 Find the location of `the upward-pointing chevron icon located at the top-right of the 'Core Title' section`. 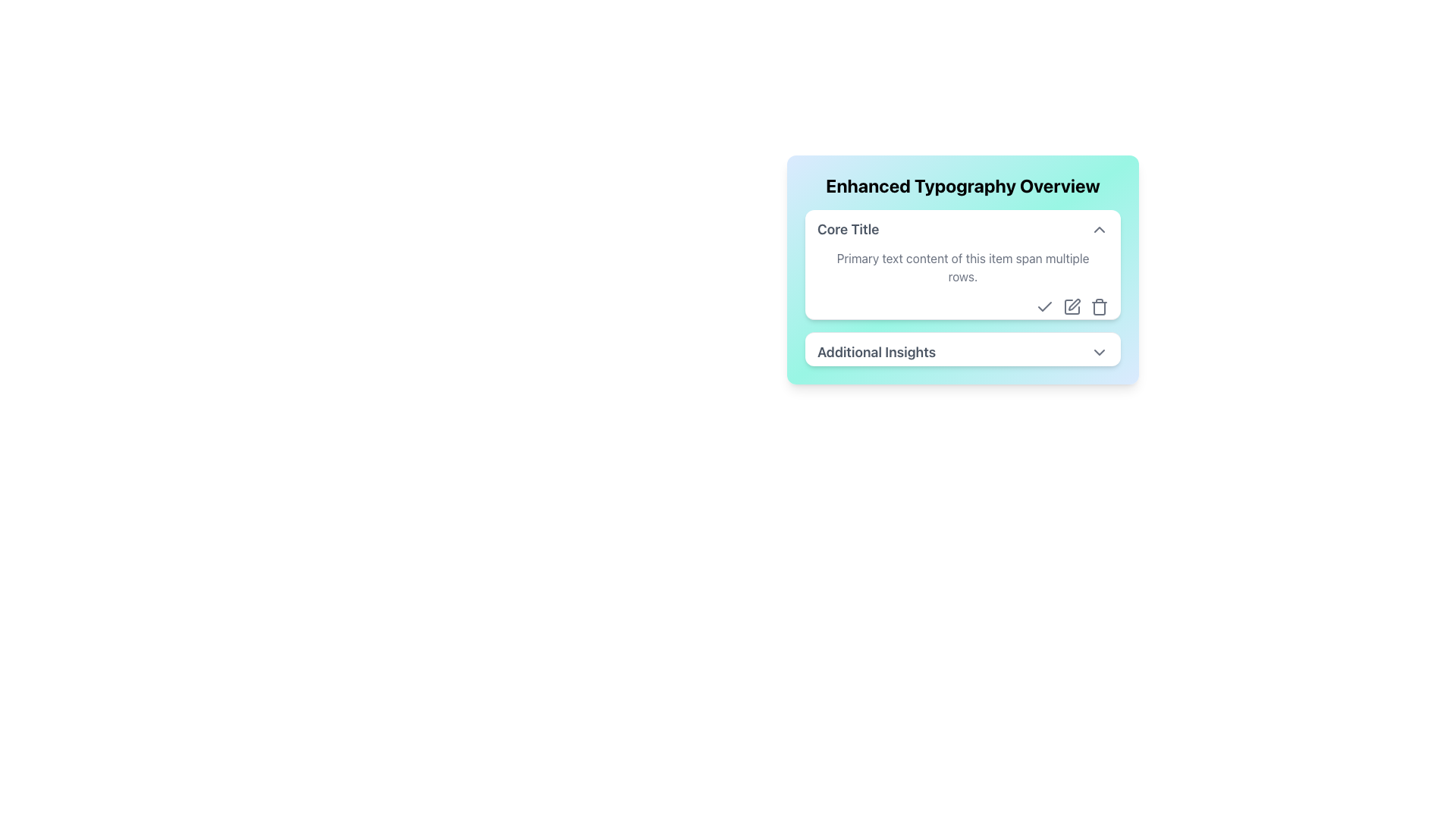

the upward-pointing chevron icon located at the top-right of the 'Core Title' section is located at coordinates (1099, 230).